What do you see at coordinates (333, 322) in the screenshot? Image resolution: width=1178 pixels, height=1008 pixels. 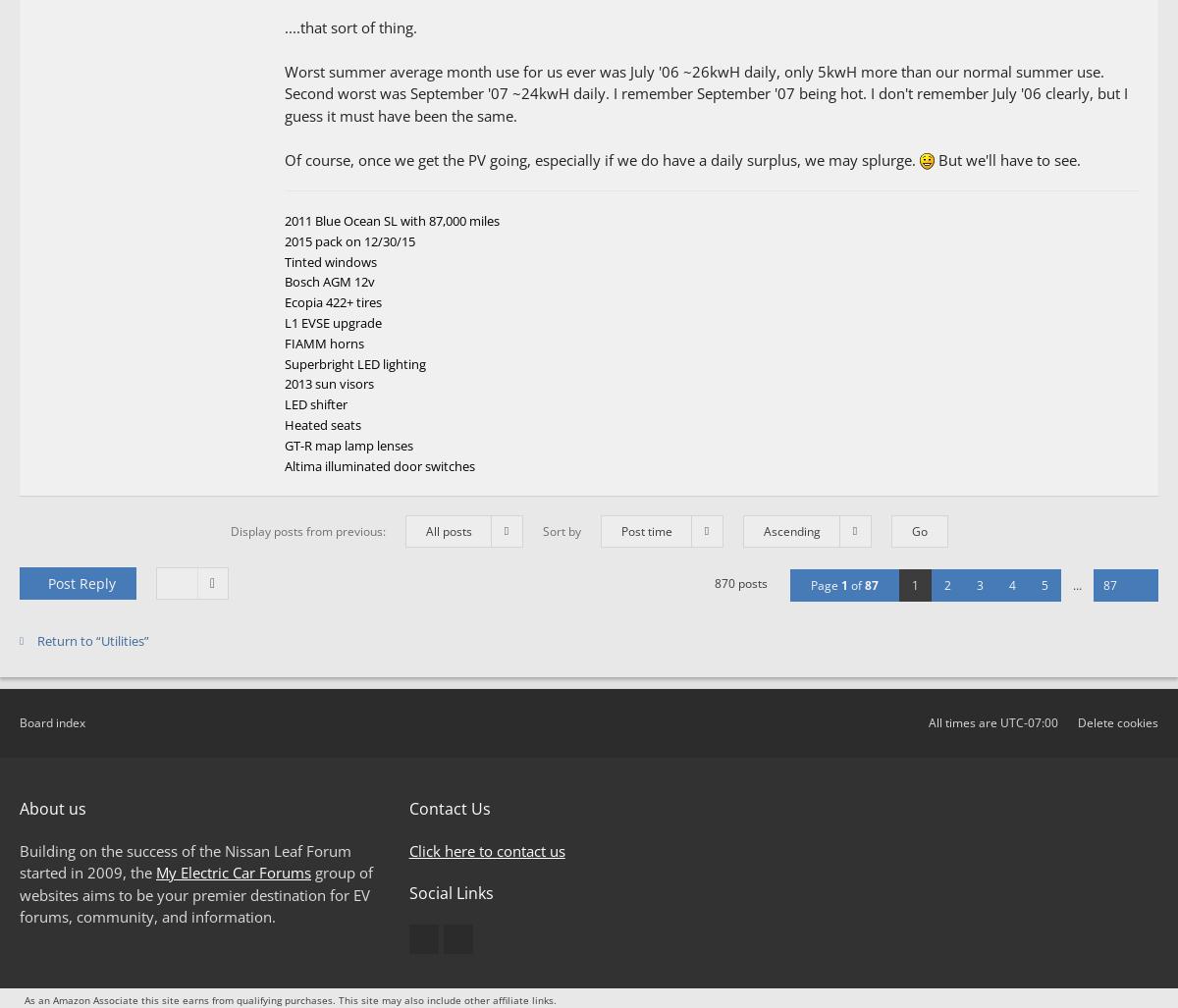 I see `'L1 EVSE upgrade'` at bounding box center [333, 322].